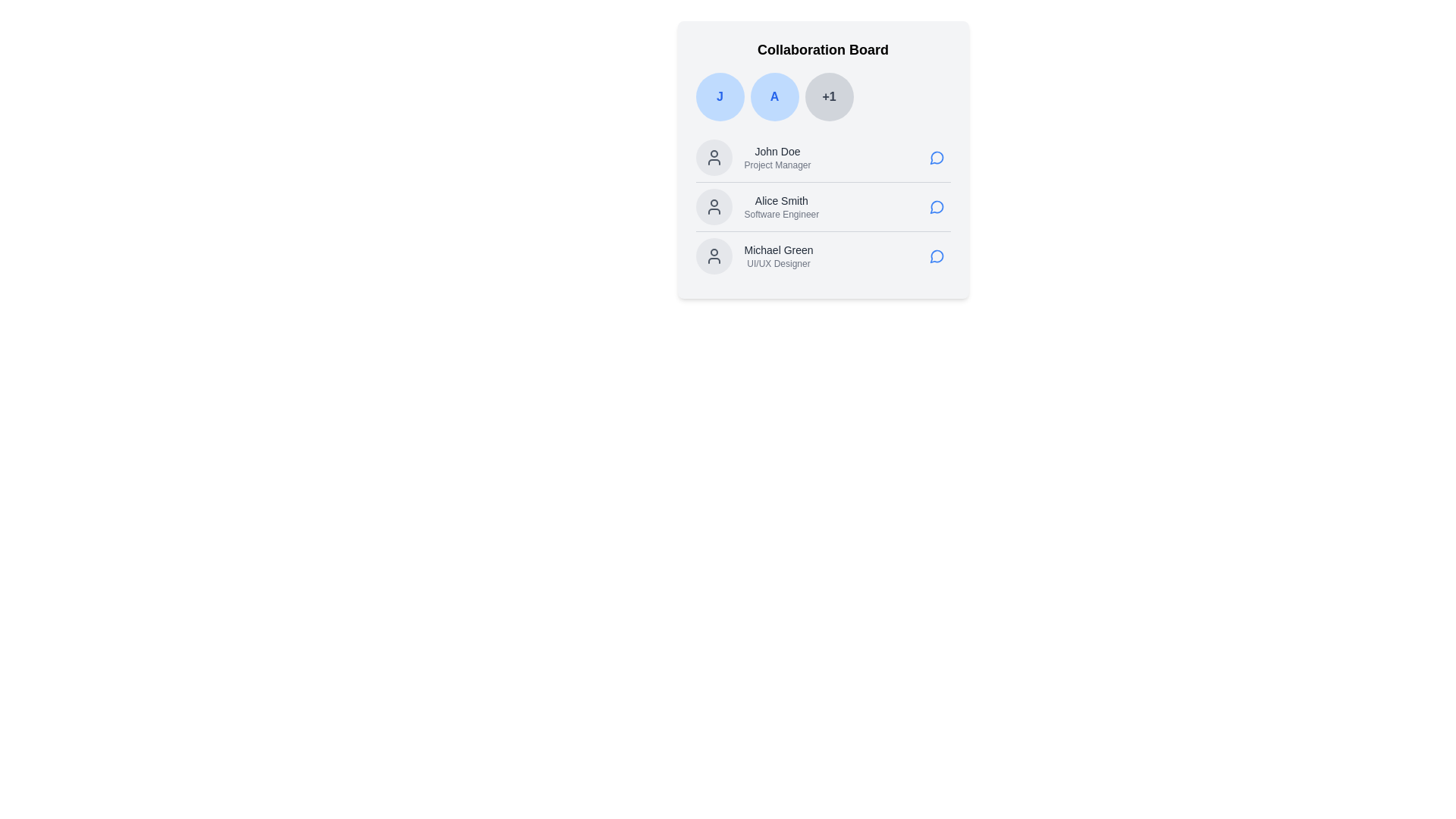 The width and height of the screenshot is (1456, 819). What do you see at coordinates (774, 96) in the screenshot?
I see `the Avatar or representative badge labeled 'A', which is the second of three horizontally arranged components in the top section of the interface` at bounding box center [774, 96].